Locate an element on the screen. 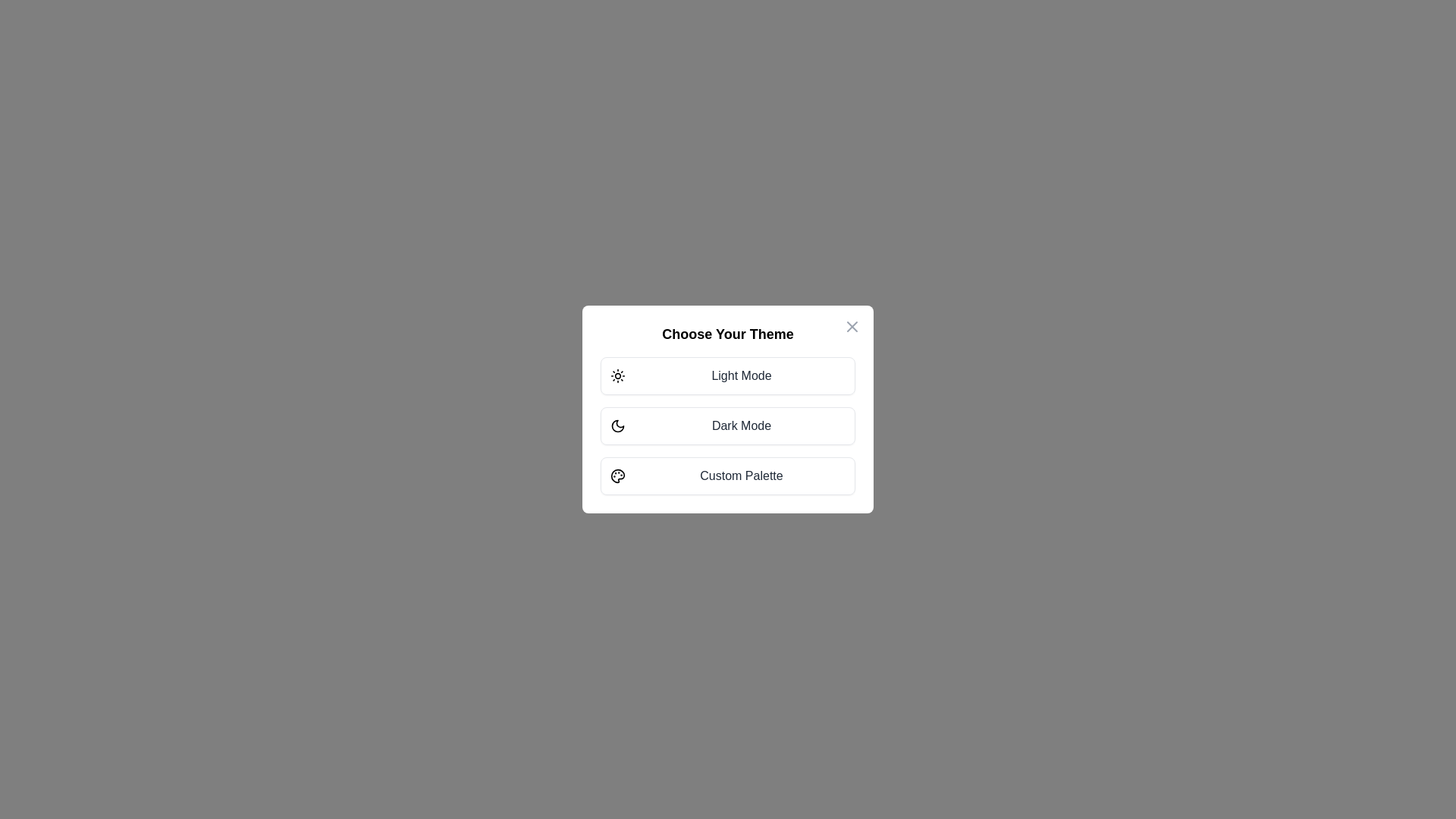 The image size is (1456, 819). the theme option Dark Mode is located at coordinates (728, 426).